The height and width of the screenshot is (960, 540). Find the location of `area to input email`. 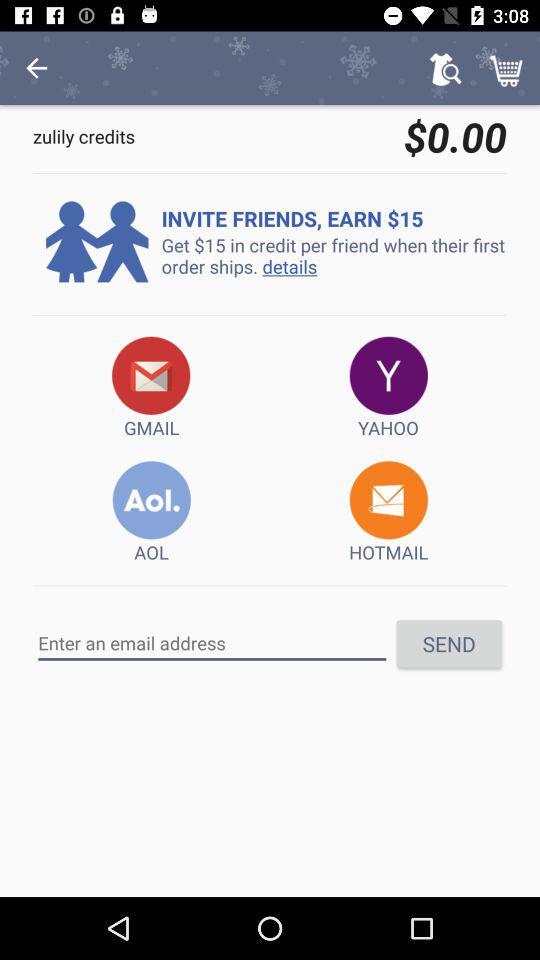

area to input email is located at coordinates (211, 642).